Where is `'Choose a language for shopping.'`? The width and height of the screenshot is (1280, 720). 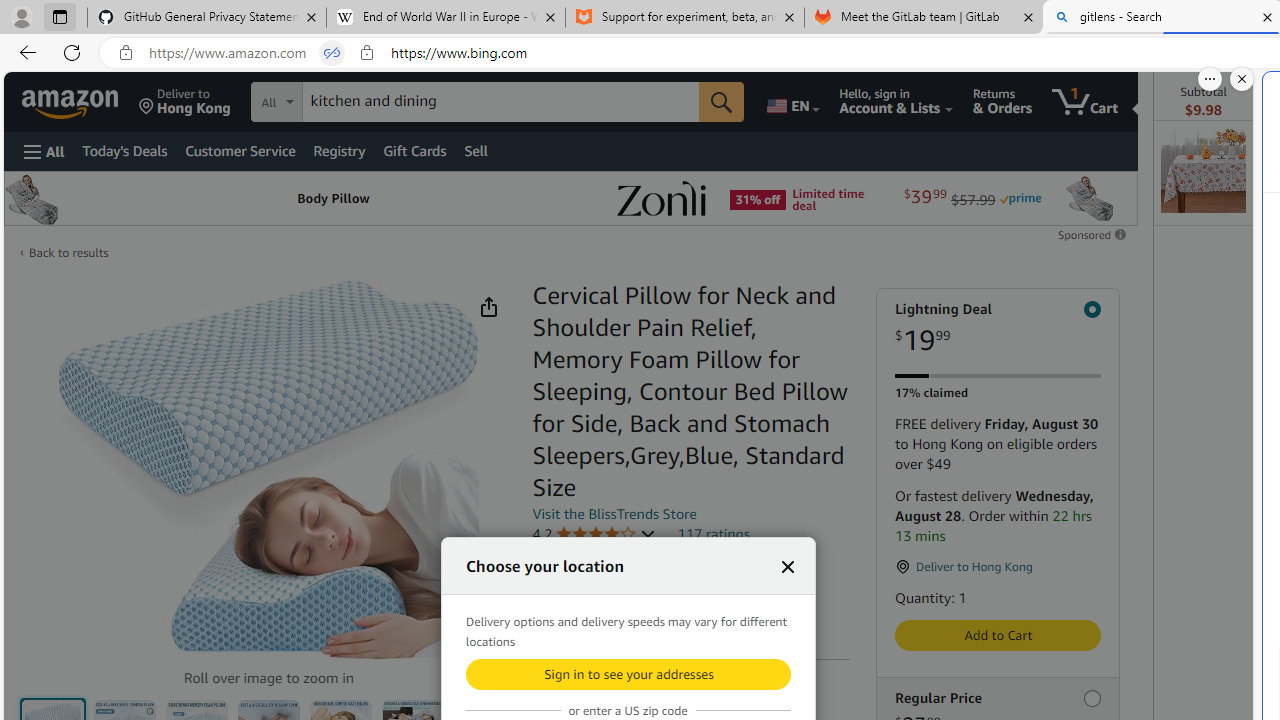 'Choose a language for shopping.' is located at coordinates (791, 101).